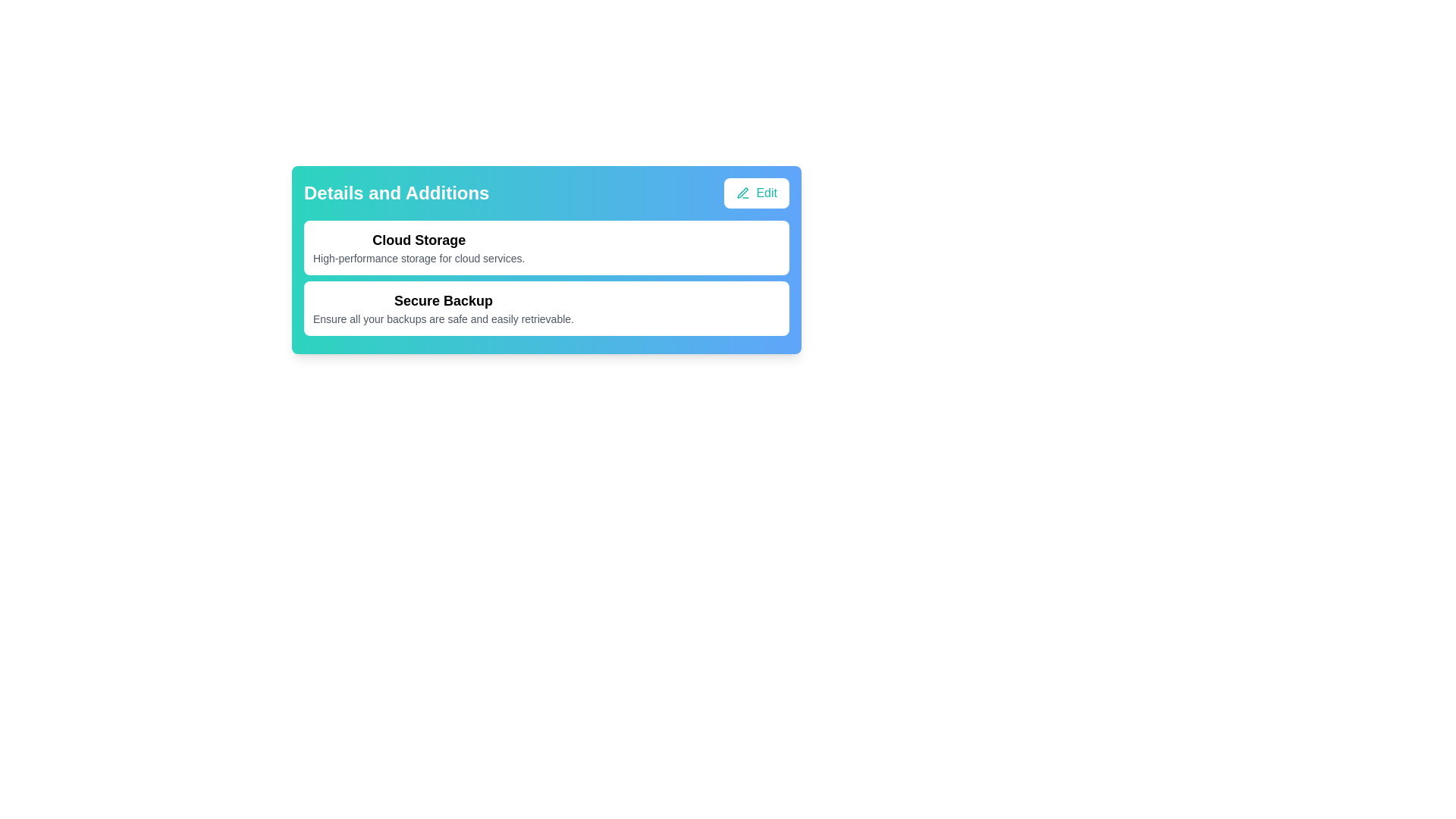 Image resolution: width=1456 pixels, height=819 pixels. I want to click on decorative icon located in the top-right corner of the 'Details and Additions' card, positioned to the left of the 'Edit' text label, so click(742, 192).